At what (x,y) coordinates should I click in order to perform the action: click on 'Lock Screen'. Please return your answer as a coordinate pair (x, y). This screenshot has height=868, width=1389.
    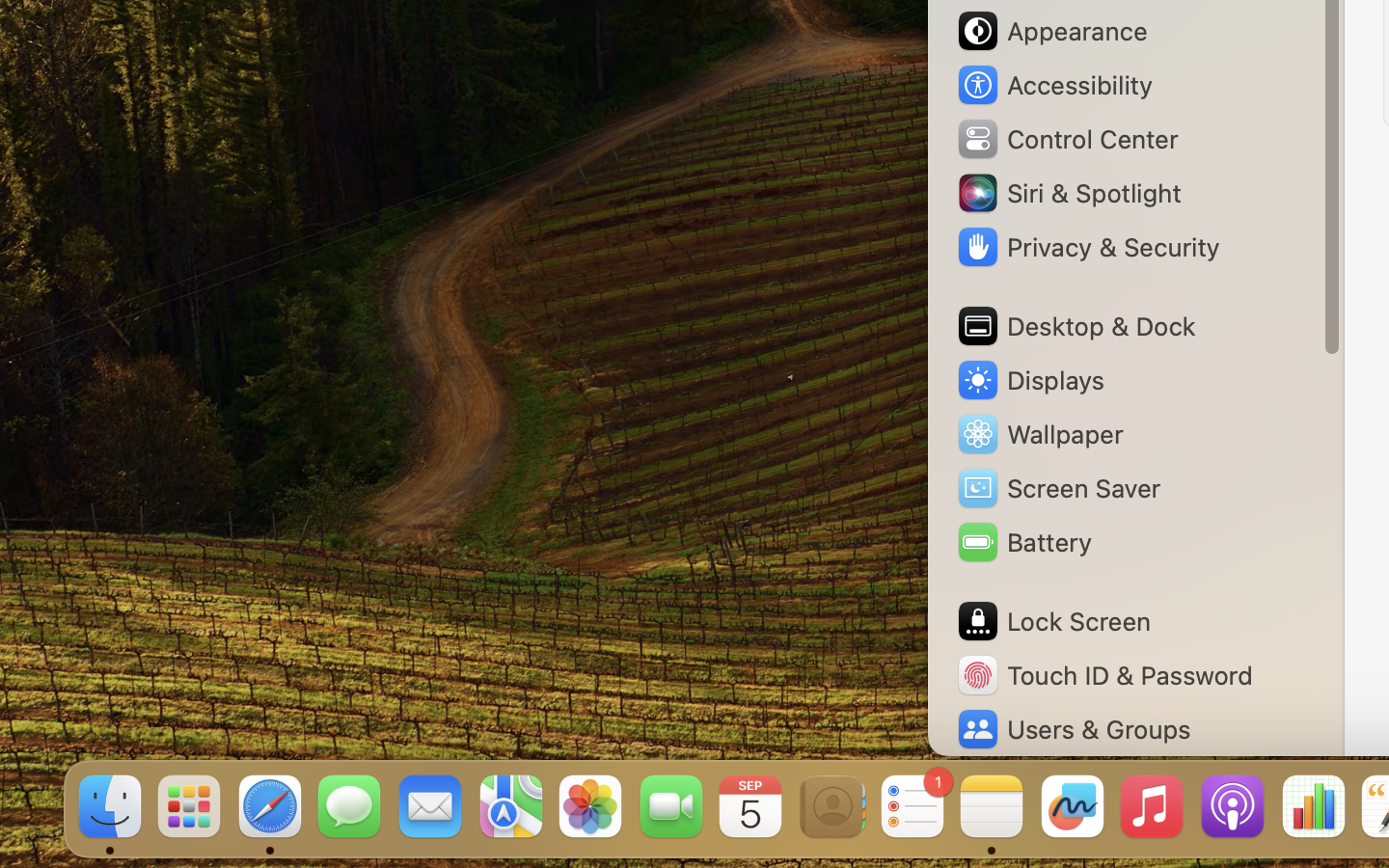
    Looking at the image, I should click on (1051, 621).